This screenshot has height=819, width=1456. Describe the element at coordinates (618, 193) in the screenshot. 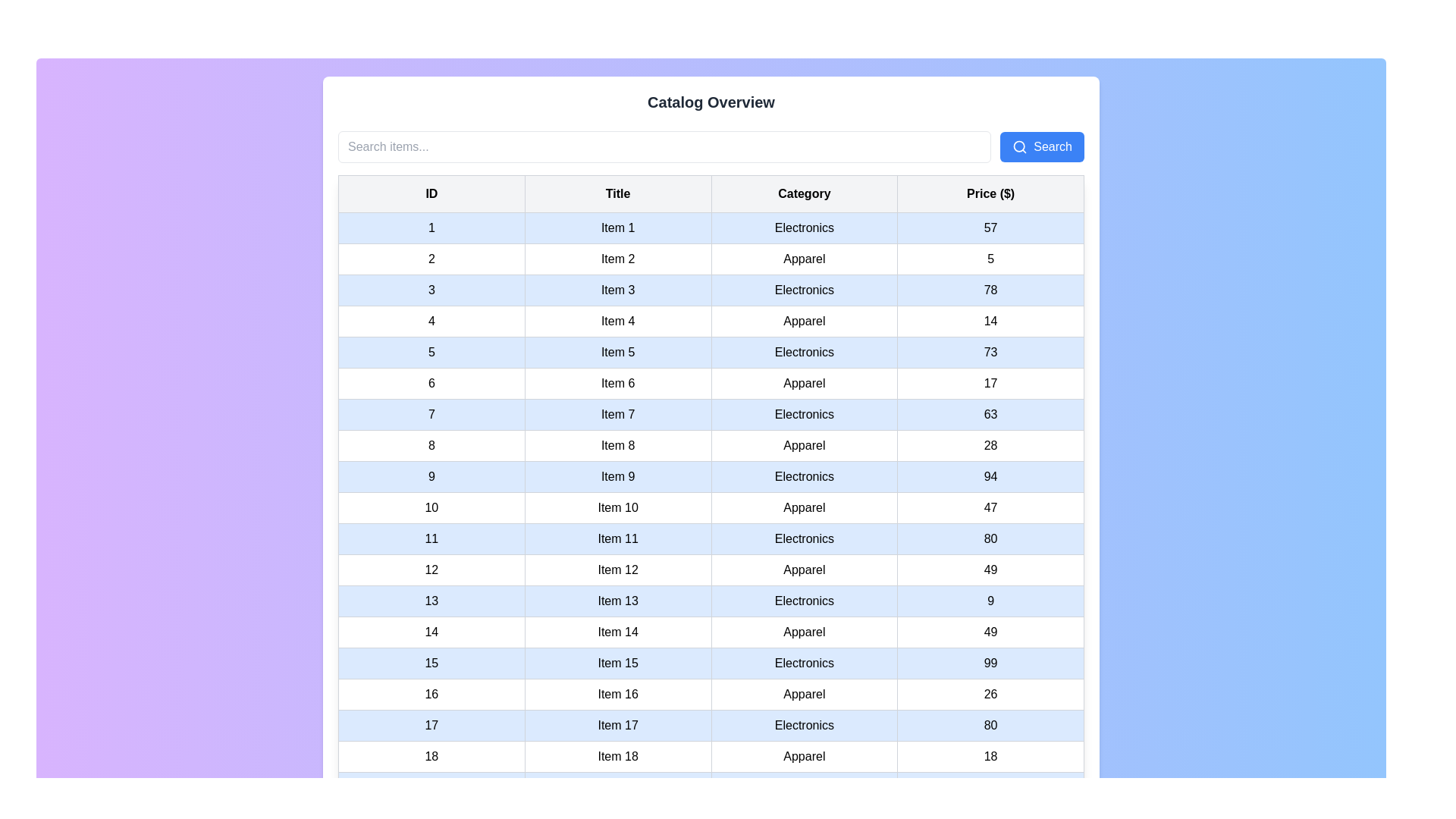

I see `the text label displaying 'Title', which is styled with padding and a border, located in the second column of the header row of a table` at that location.